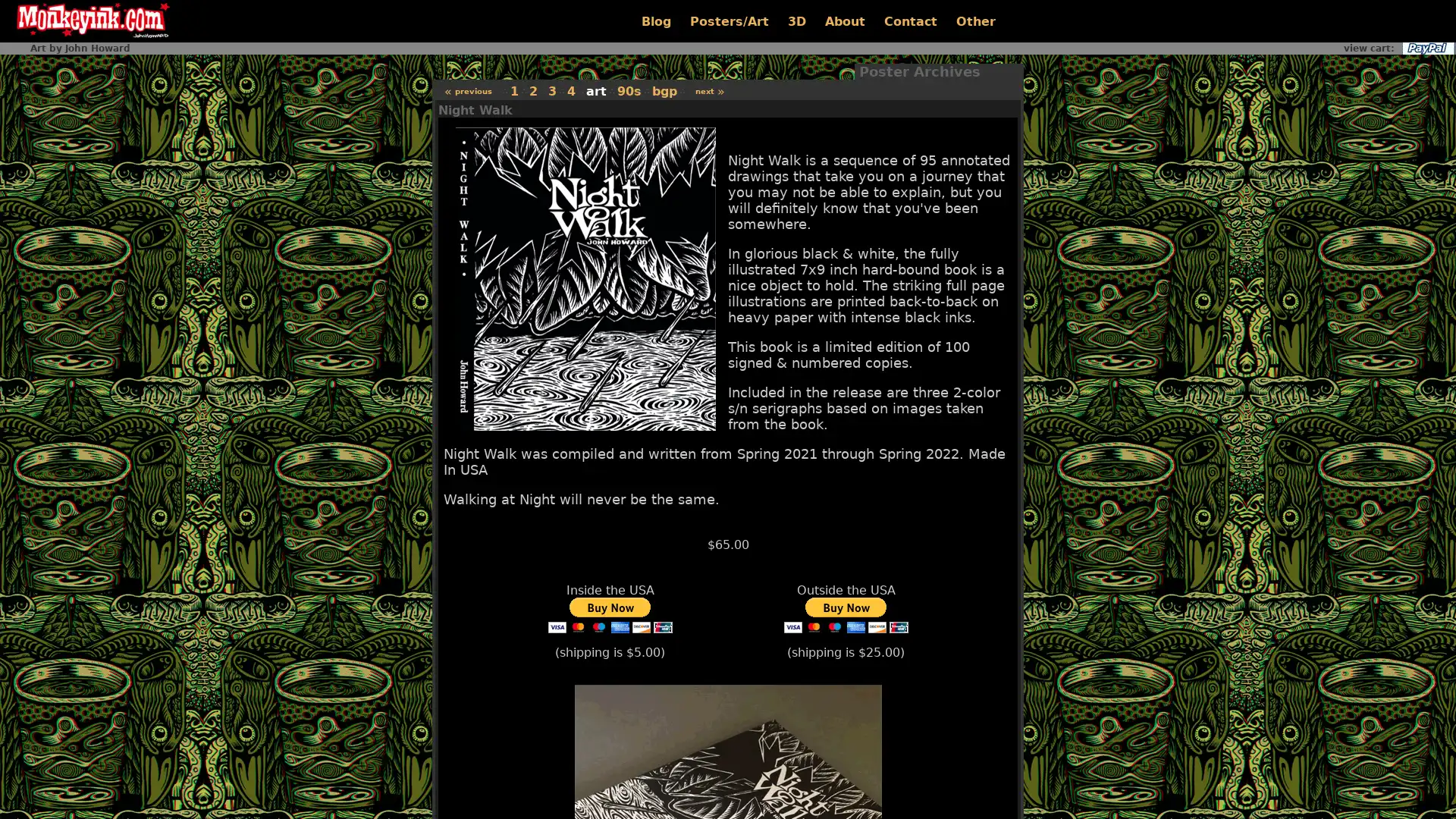 The width and height of the screenshot is (1456, 819). Describe the element at coordinates (844, 615) in the screenshot. I see `PayPal - The safer, easier way to pay online!` at that location.